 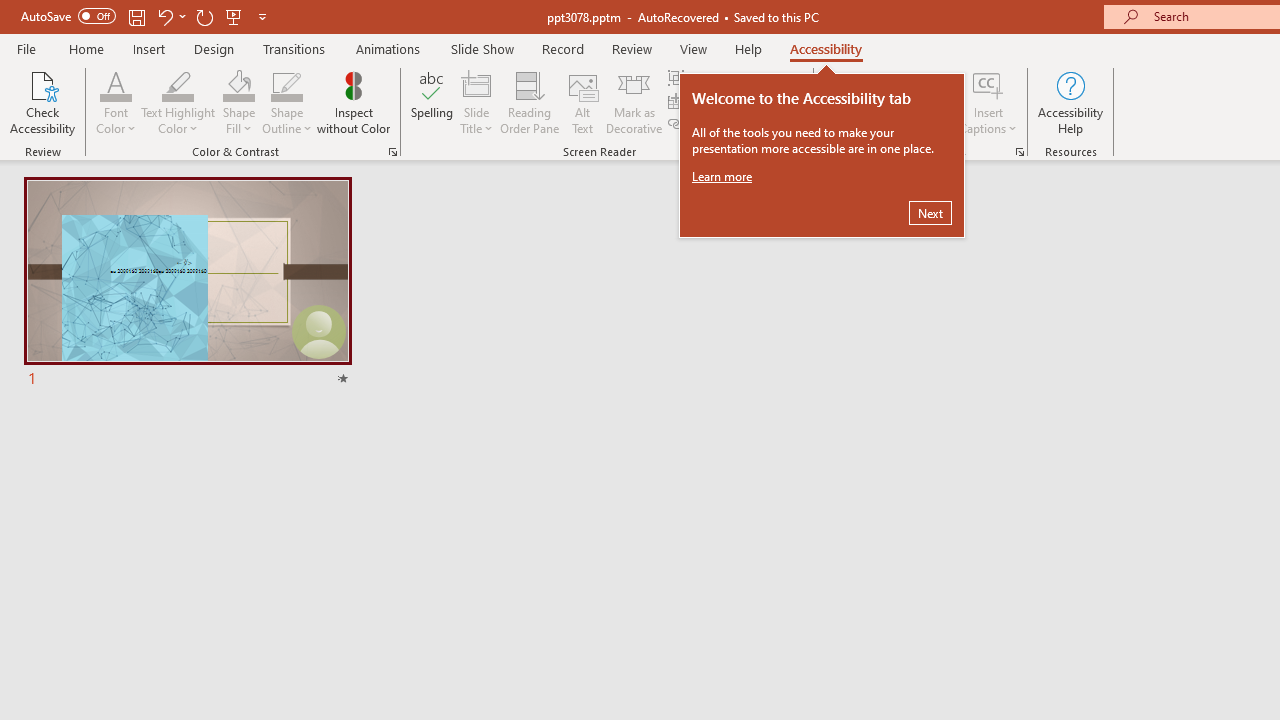 I want to click on 'Insert Captions', so click(x=988, y=84).